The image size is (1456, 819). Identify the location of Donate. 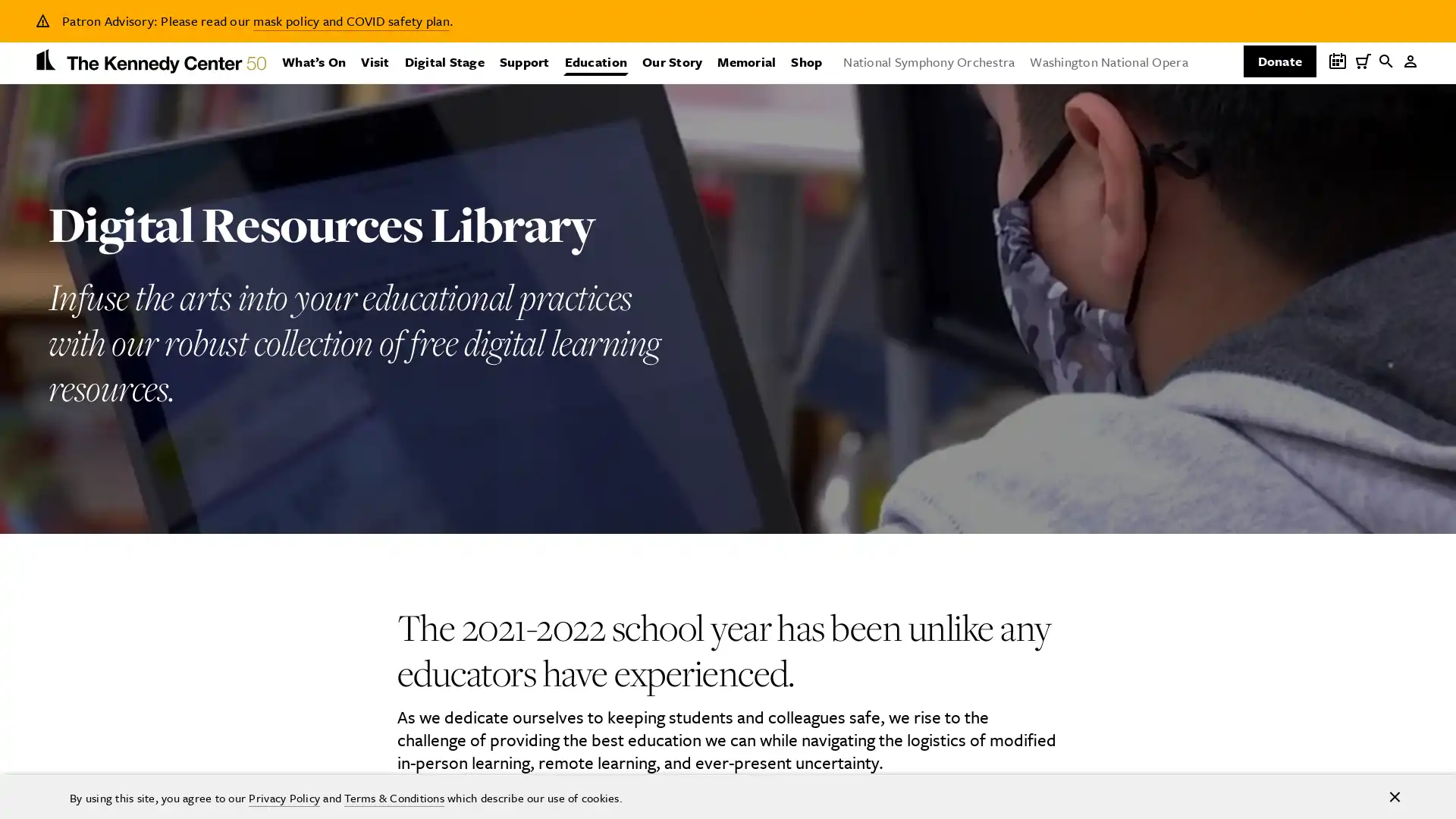
(1279, 61).